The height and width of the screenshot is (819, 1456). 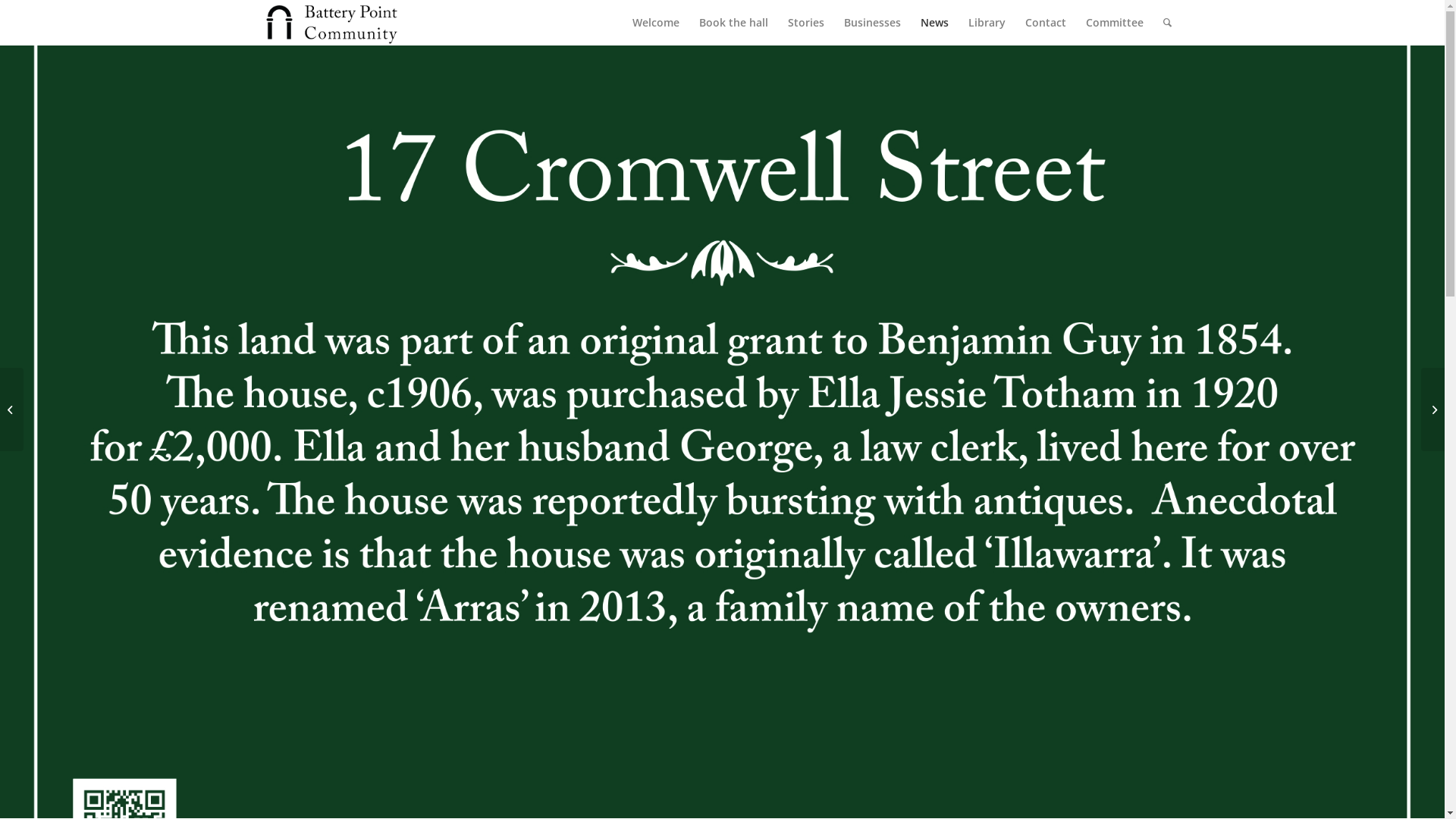 I want to click on 'Businesses', so click(x=833, y=23).